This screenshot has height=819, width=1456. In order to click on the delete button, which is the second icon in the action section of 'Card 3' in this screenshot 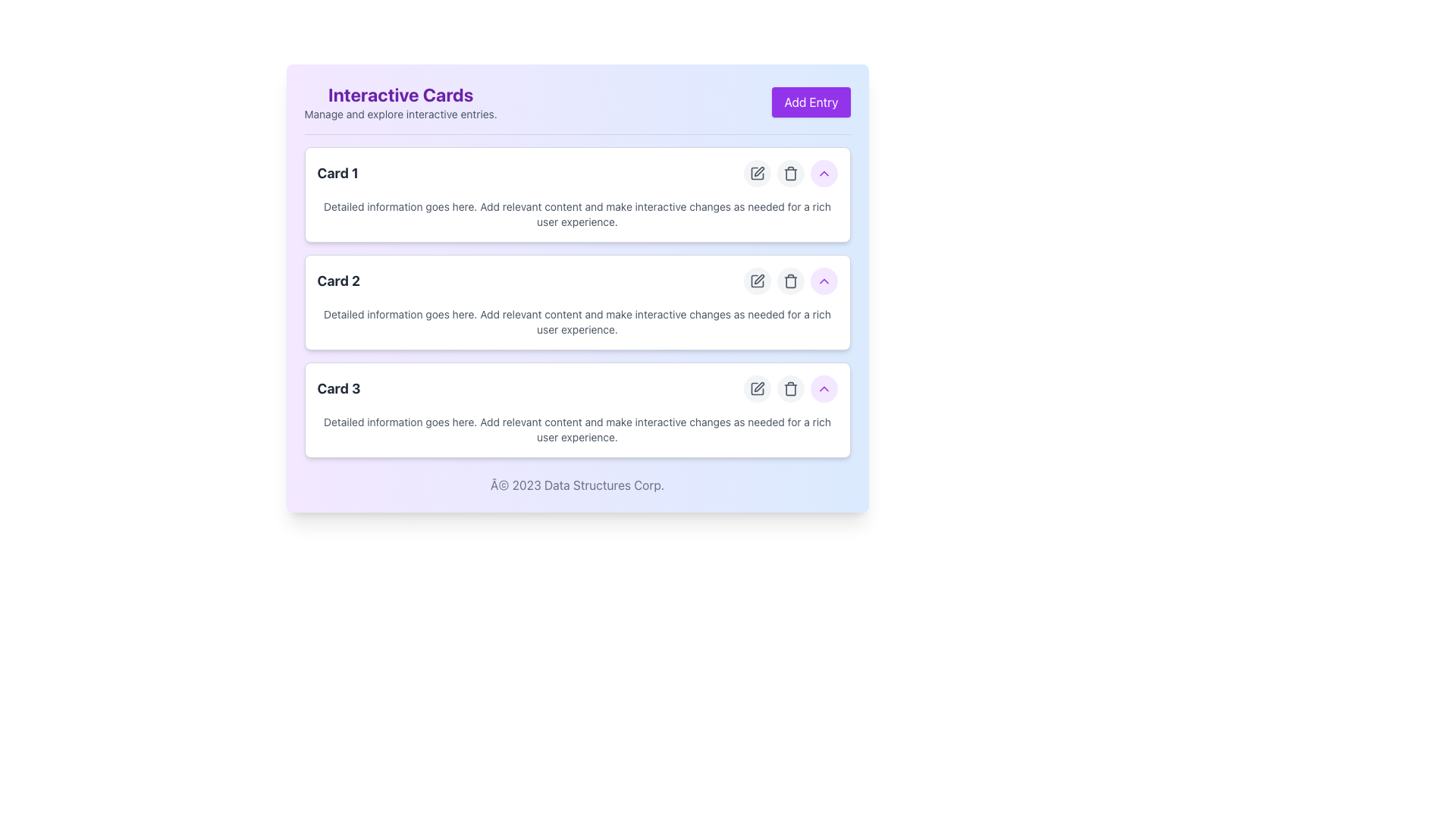, I will do `click(789, 388)`.